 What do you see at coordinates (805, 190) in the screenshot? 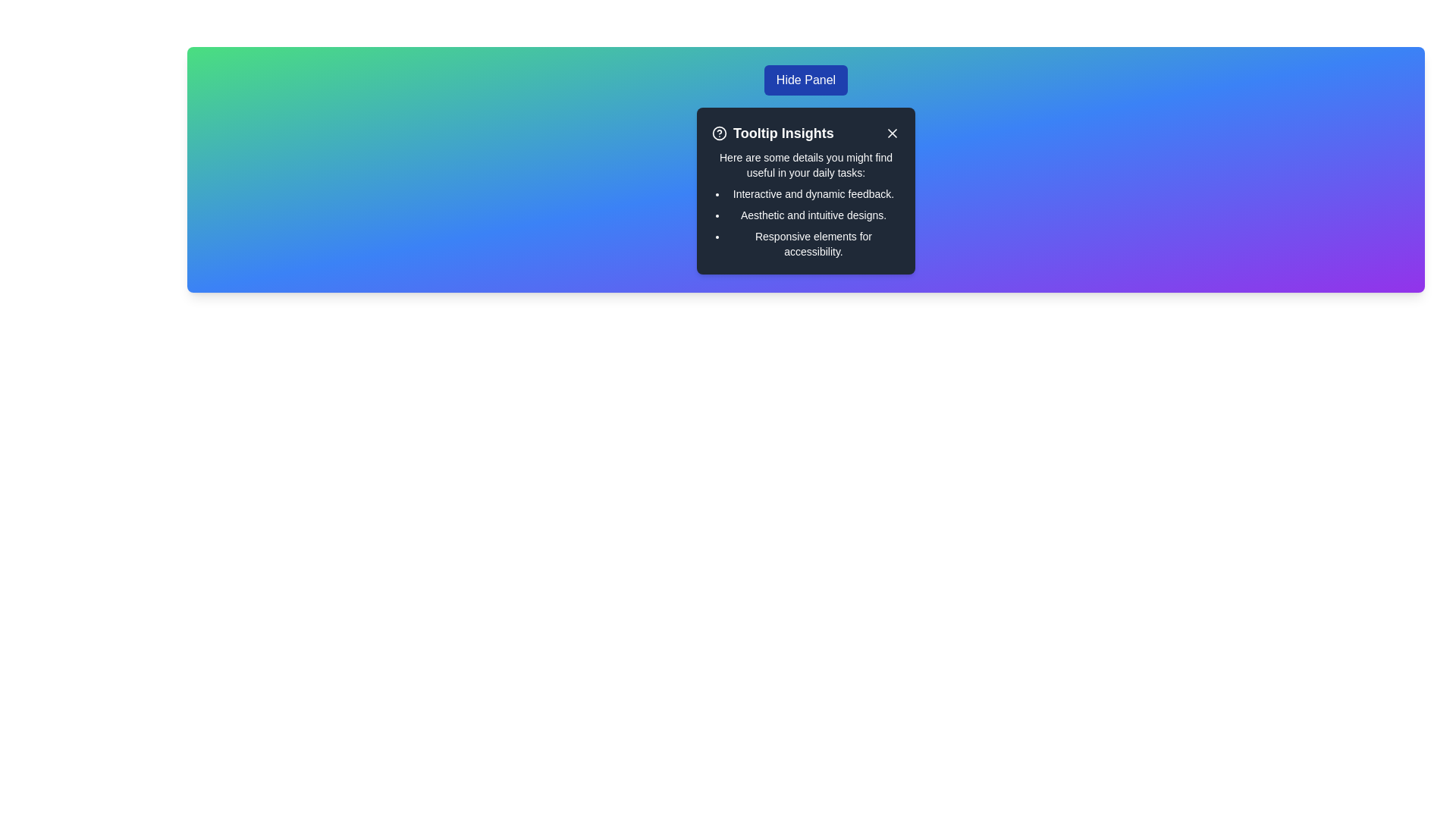
I see `contents of the tooltip located below the 'Hide Panel' button, which provides additional informational details to the user` at bounding box center [805, 190].